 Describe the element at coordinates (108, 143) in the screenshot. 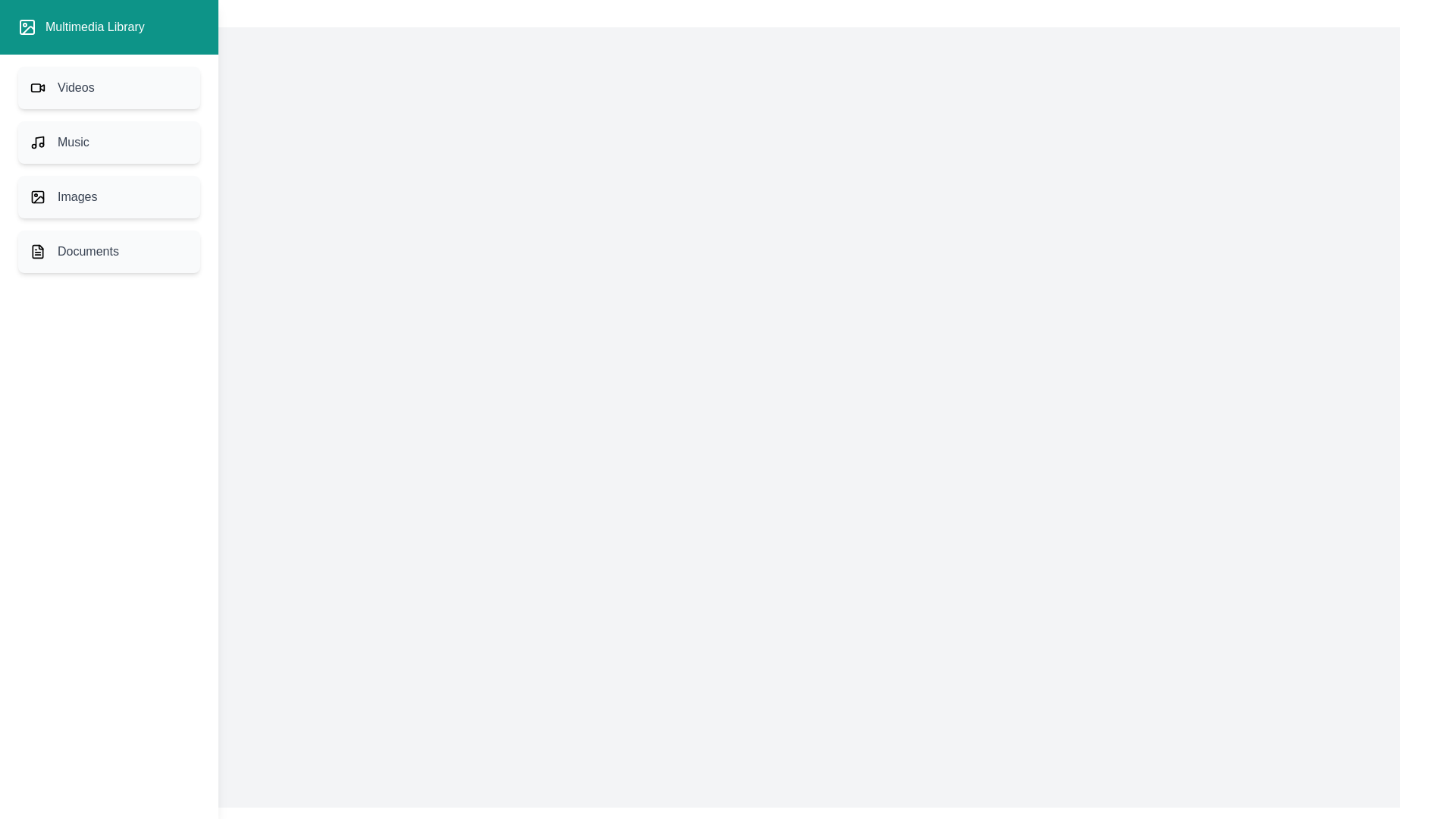

I see `the category Music from the list` at that location.